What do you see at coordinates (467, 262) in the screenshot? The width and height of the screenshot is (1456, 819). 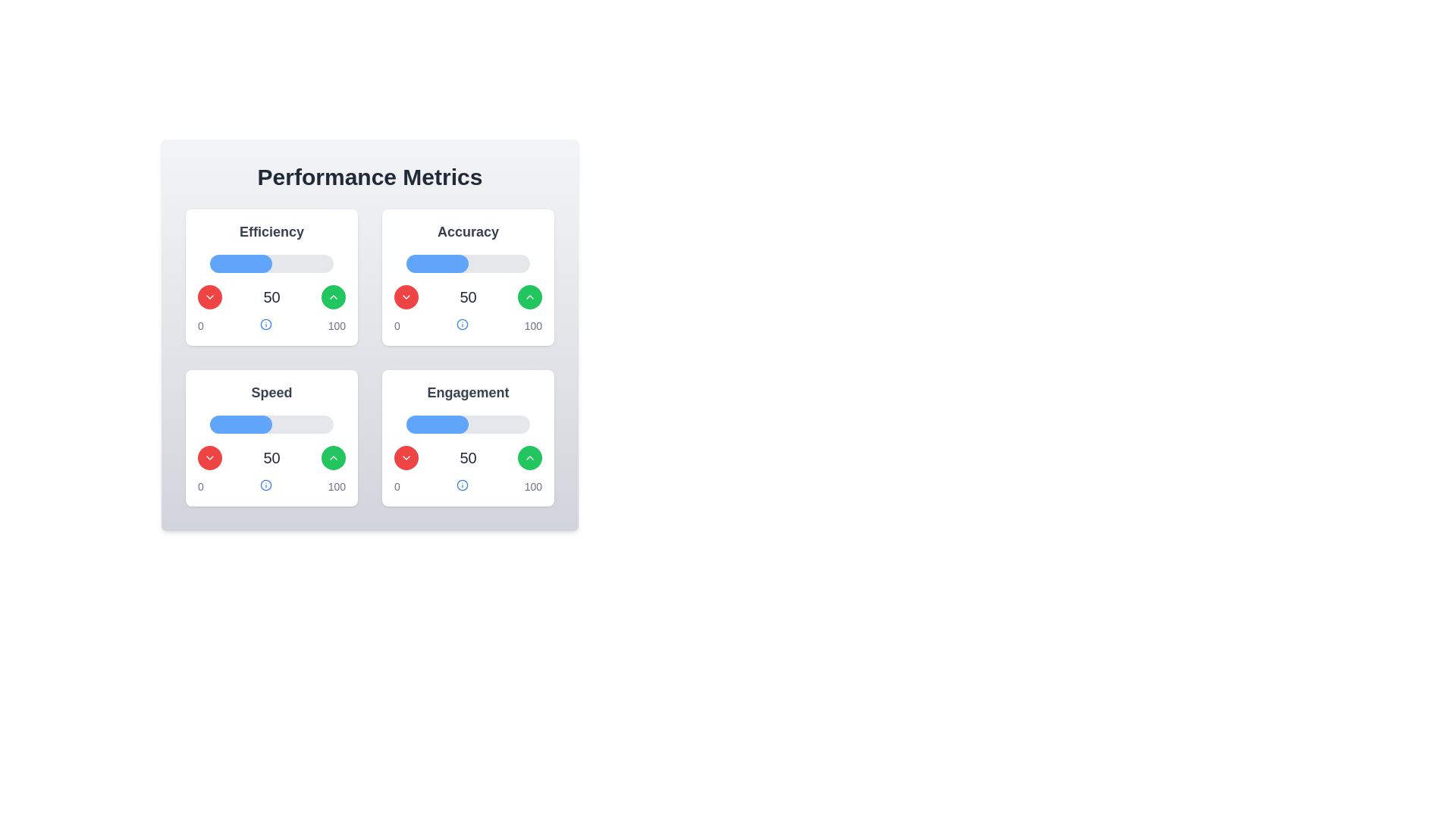 I see `the 'Accuracy' progress bar located in the top-right card of the performance metric grid` at bounding box center [467, 262].